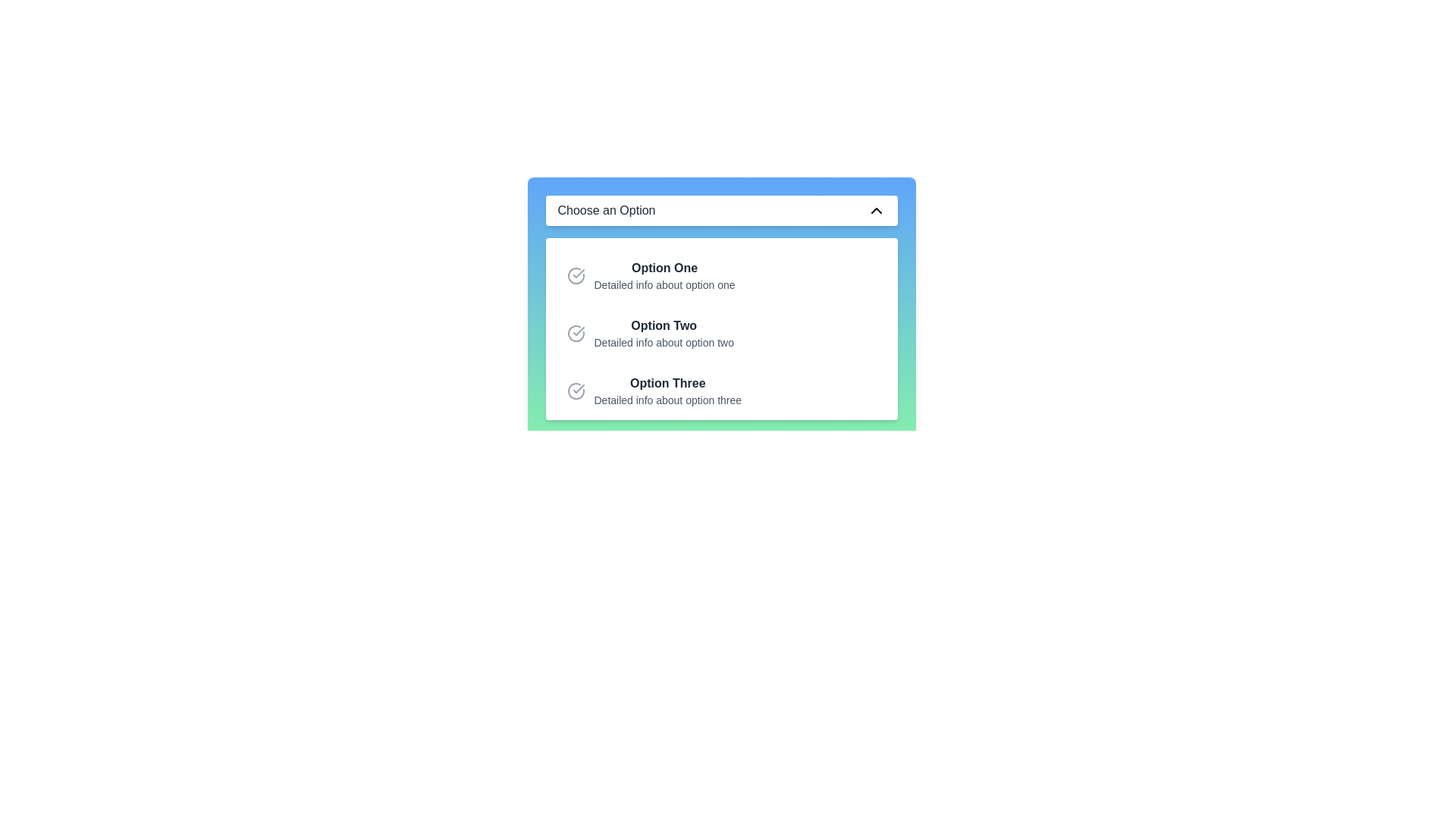 This screenshot has height=819, width=1456. Describe the element at coordinates (720, 307) in the screenshot. I see `the Dropdown Menu titled 'Choose an Option'` at that location.